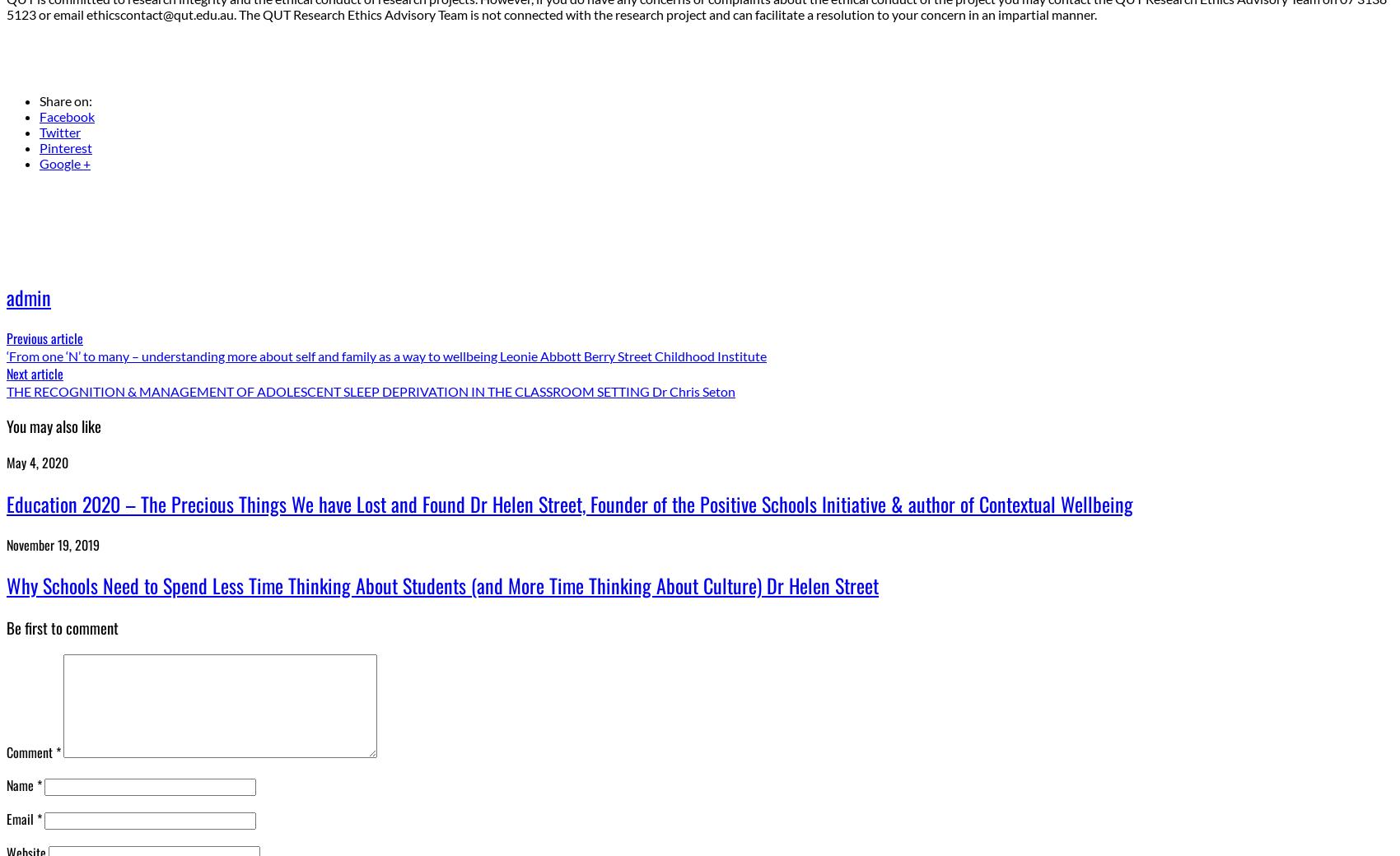  What do you see at coordinates (6, 818) in the screenshot?
I see `'Email'` at bounding box center [6, 818].